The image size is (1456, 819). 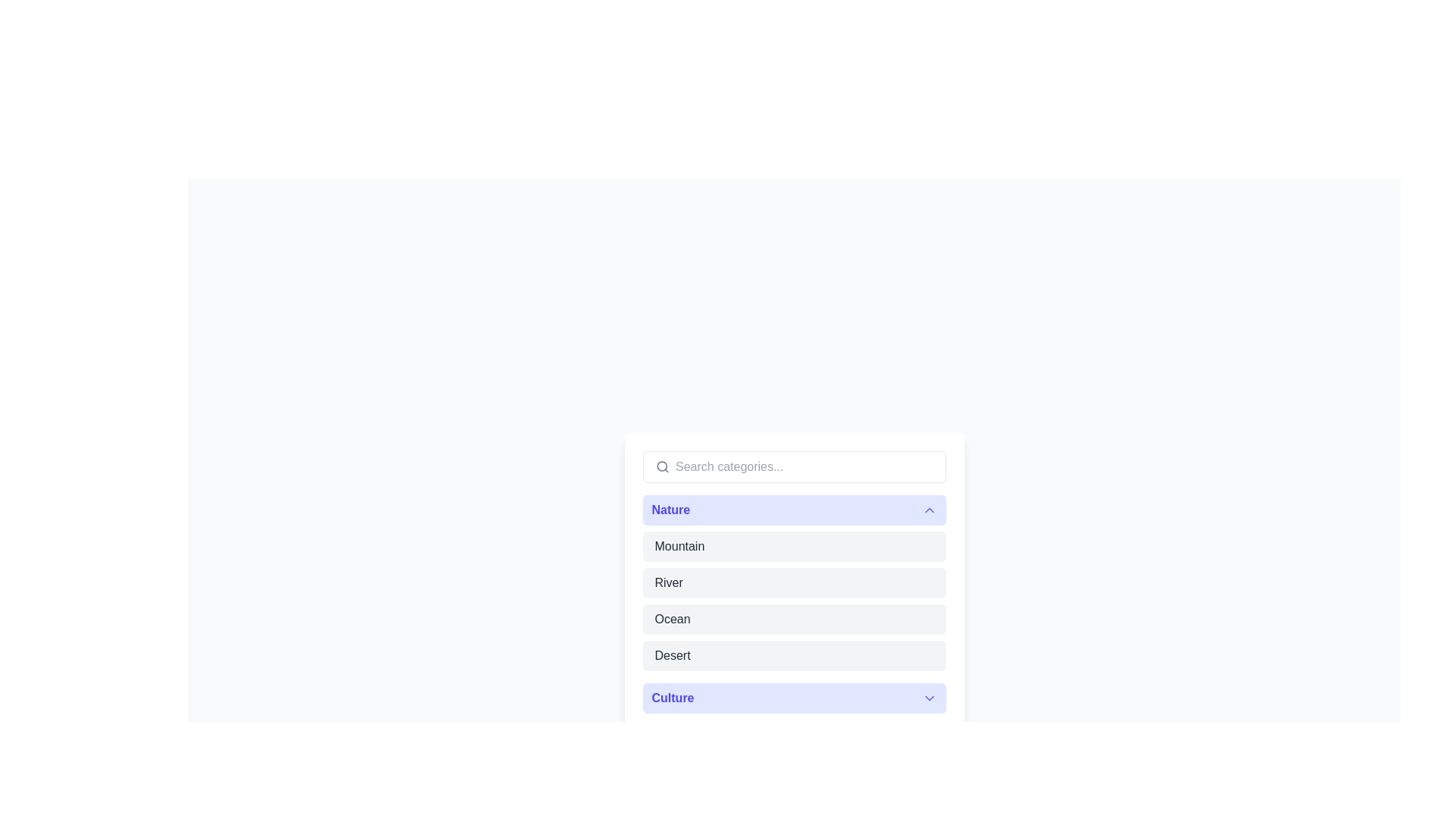 I want to click on the 'Mountain' text label in dark gray within the dropdown menu under the 'Nature' header, so click(x=679, y=547).